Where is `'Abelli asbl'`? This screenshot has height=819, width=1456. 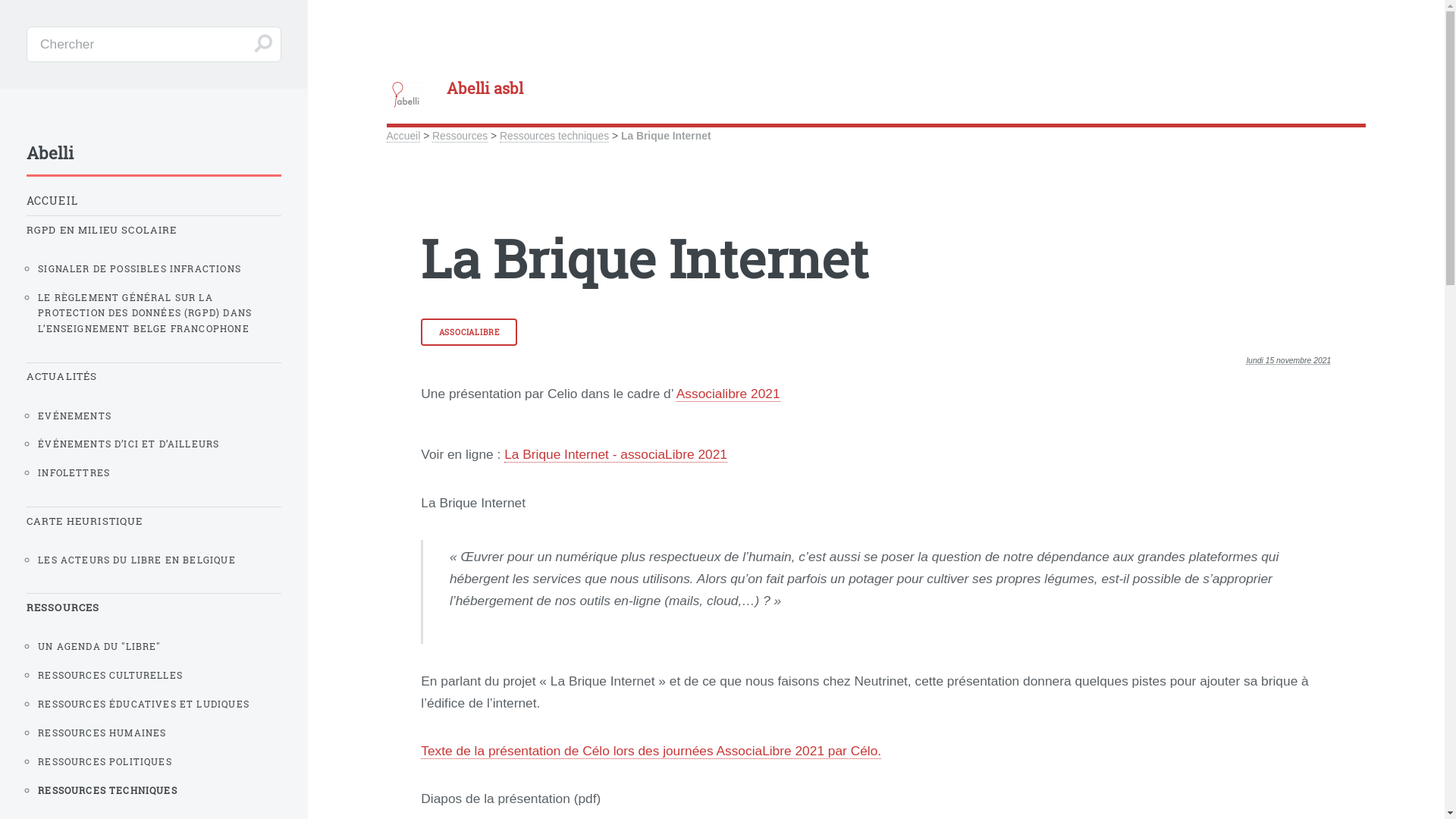
'Abelli asbl' is located at coordinates (386, 88).